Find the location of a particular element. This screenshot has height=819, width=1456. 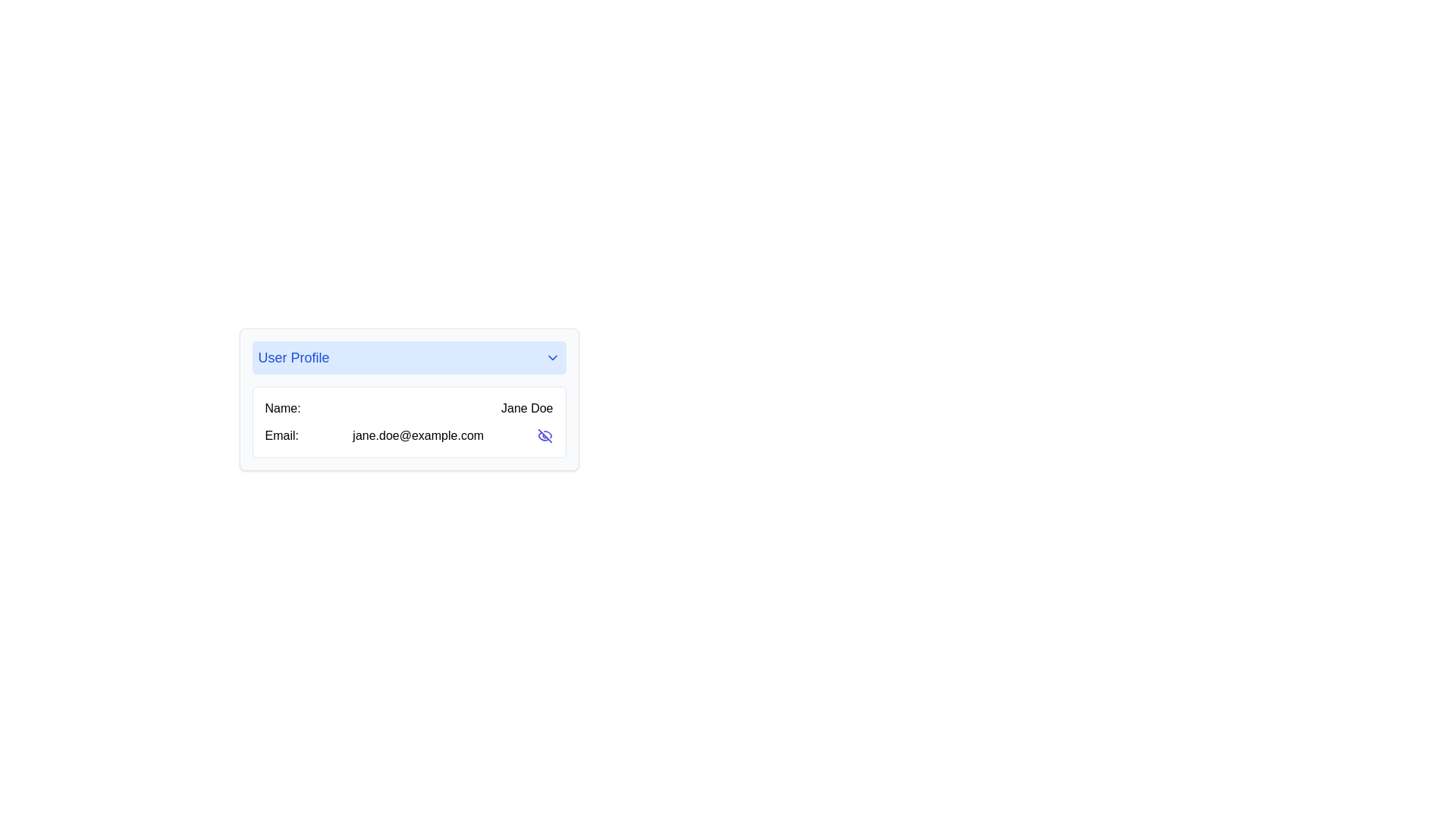

the text label displaying 'Jane Doe', which is aligned horizontally with 'Name:' within the user profile section is located at coordinates (527, 408).